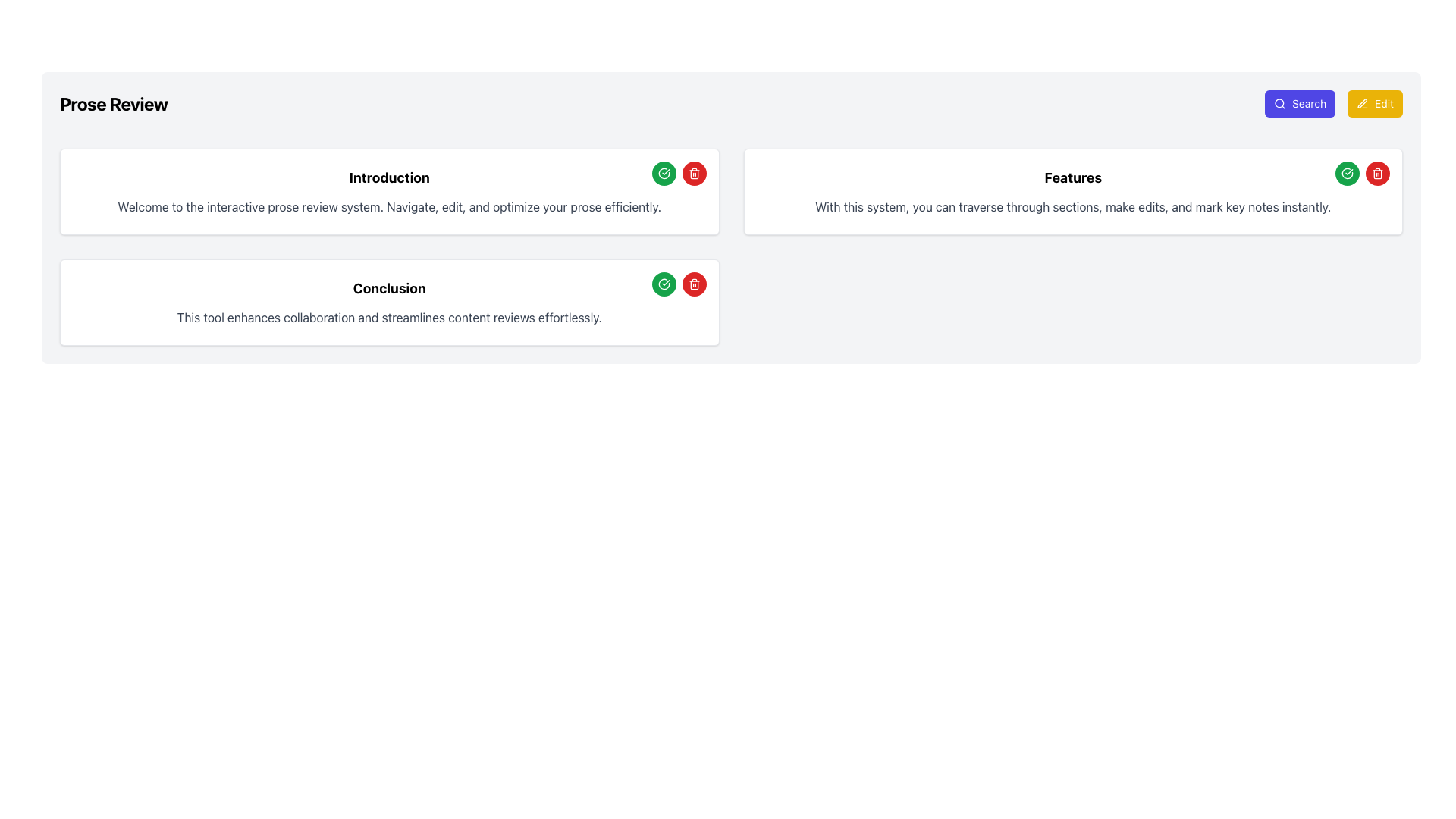 The width and height of the screenshot is (1456, 819). Describe the element at coordinates (389, 177) in the screenshot. I see `the heading text element located in the 'Introduction' pane, which summarizes the topic of the pane's contents` at that location.